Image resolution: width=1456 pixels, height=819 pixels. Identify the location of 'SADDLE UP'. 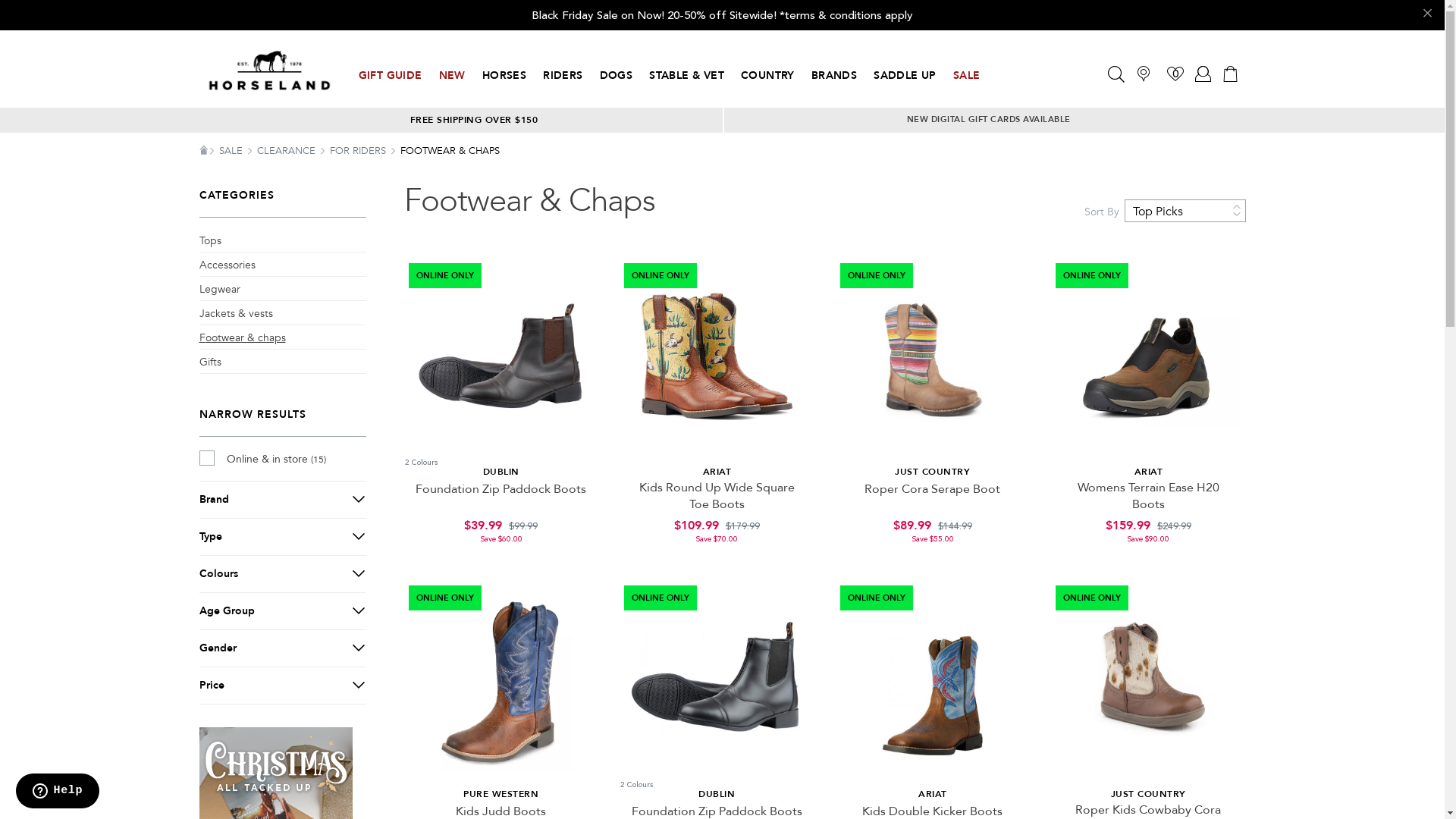
(905, 76).